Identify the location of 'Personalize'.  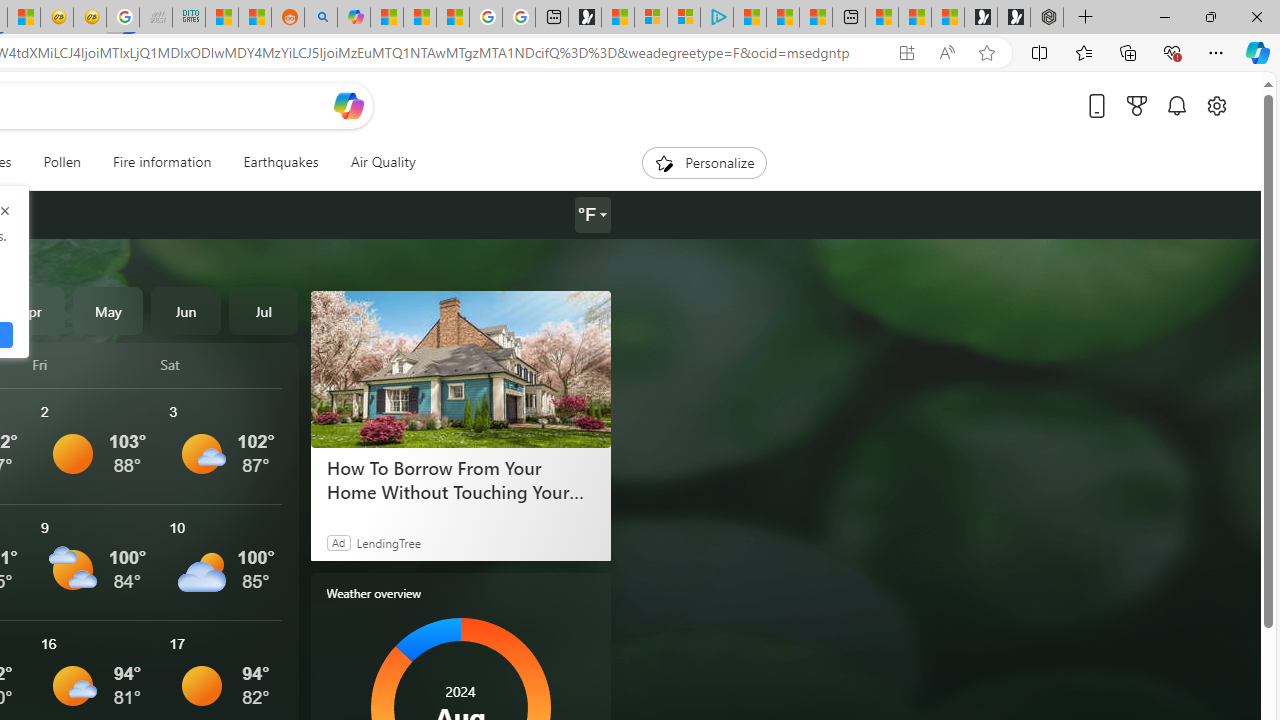
(704, 162).